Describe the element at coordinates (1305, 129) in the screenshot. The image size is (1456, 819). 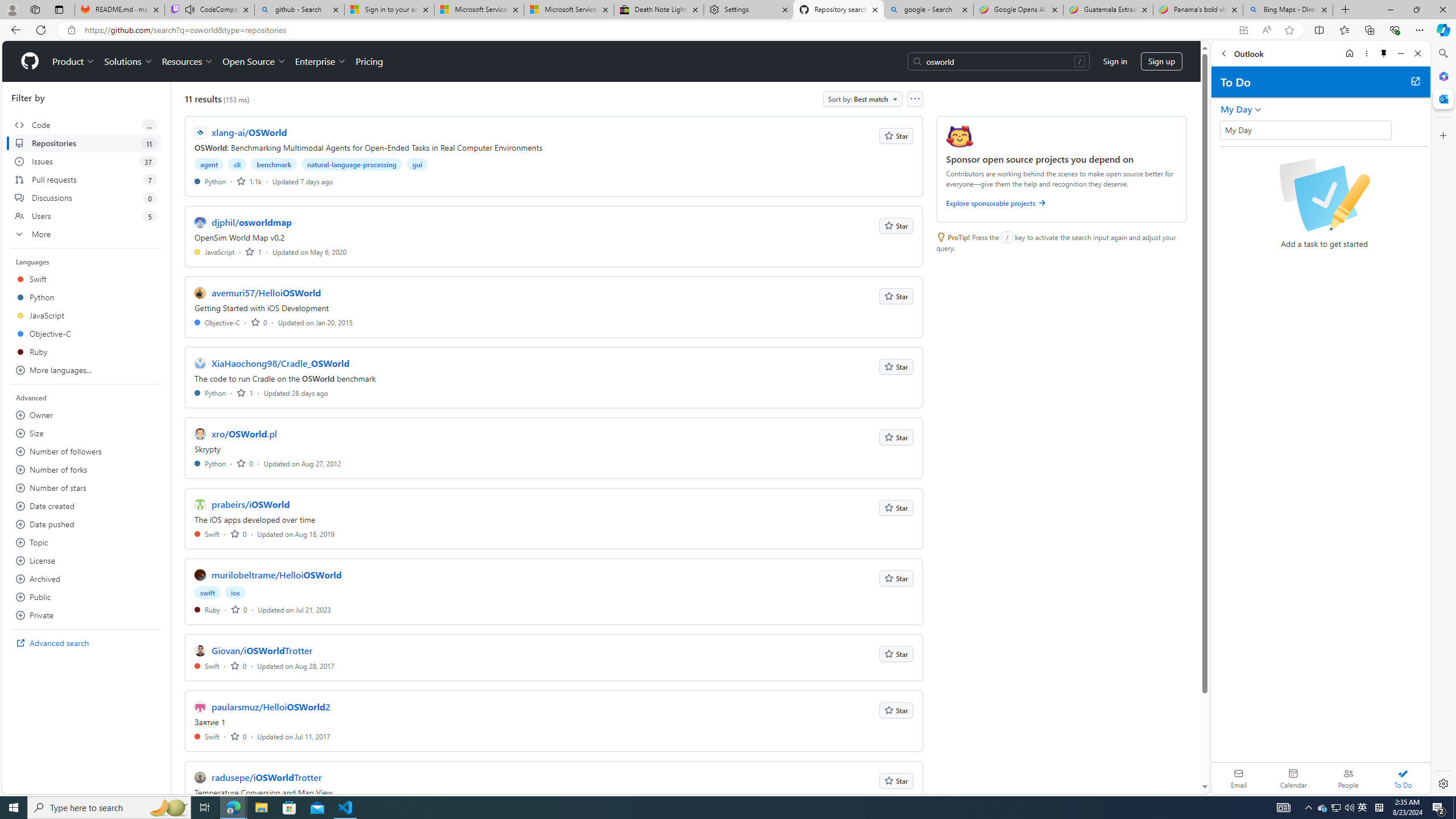
I see `'My Day'` at that location.